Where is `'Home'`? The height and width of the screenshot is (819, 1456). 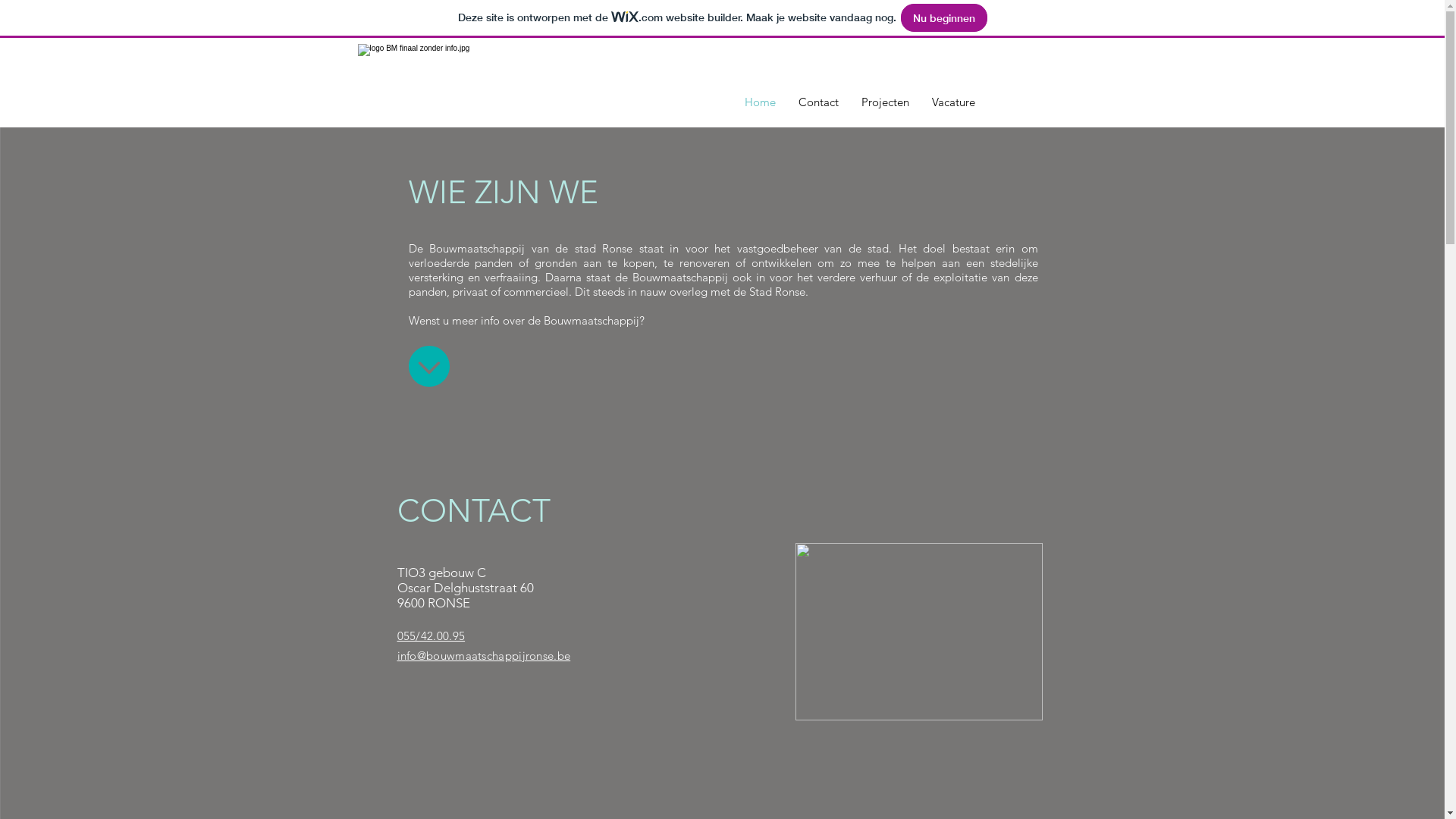 'Home' is located at coordinates (732, 102).